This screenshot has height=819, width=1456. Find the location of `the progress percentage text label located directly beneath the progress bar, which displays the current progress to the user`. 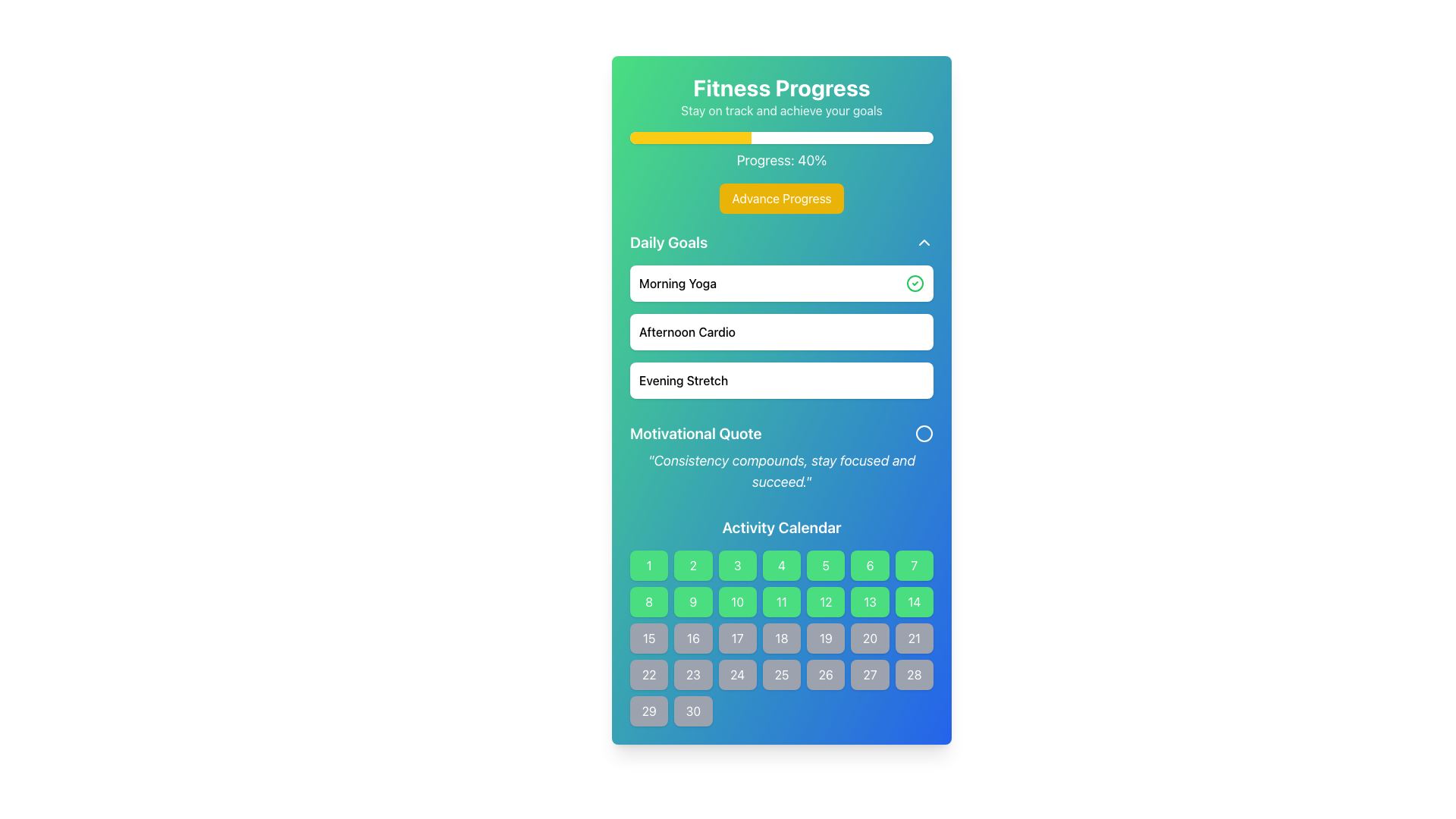

the progress percentage text label located directly beneath the progress bar, which displays the current progress to the user is located at coordinates (782, 161).